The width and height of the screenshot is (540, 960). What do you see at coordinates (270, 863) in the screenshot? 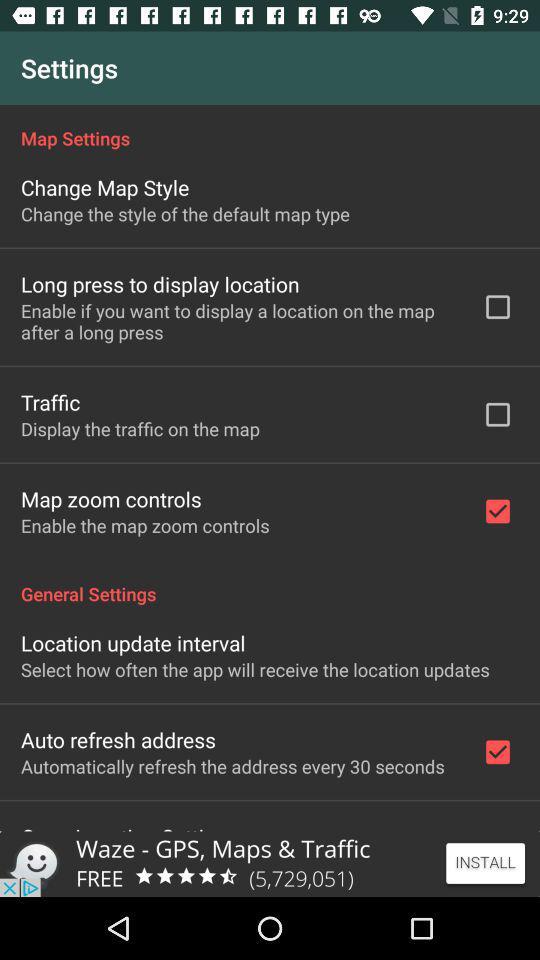
I see `install the waze app` at bounding box center [270, 863].